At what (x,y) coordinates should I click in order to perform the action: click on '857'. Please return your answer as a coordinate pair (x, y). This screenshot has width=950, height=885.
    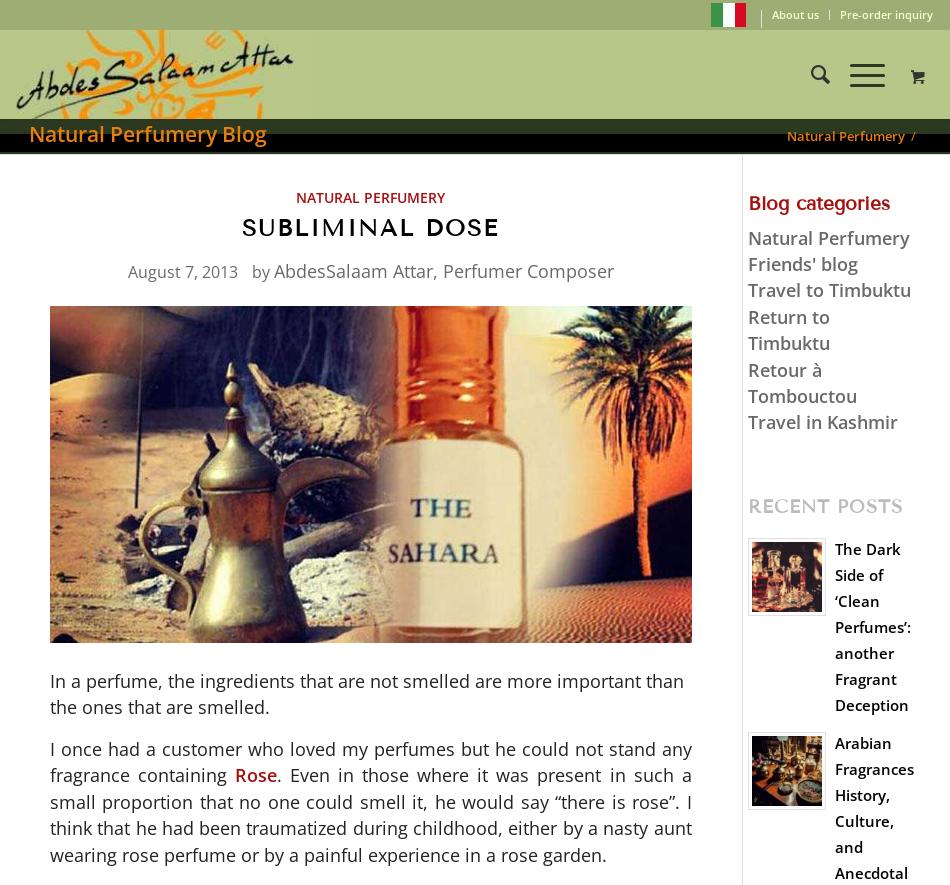
    Looking at the image, I should click on (694, 197).